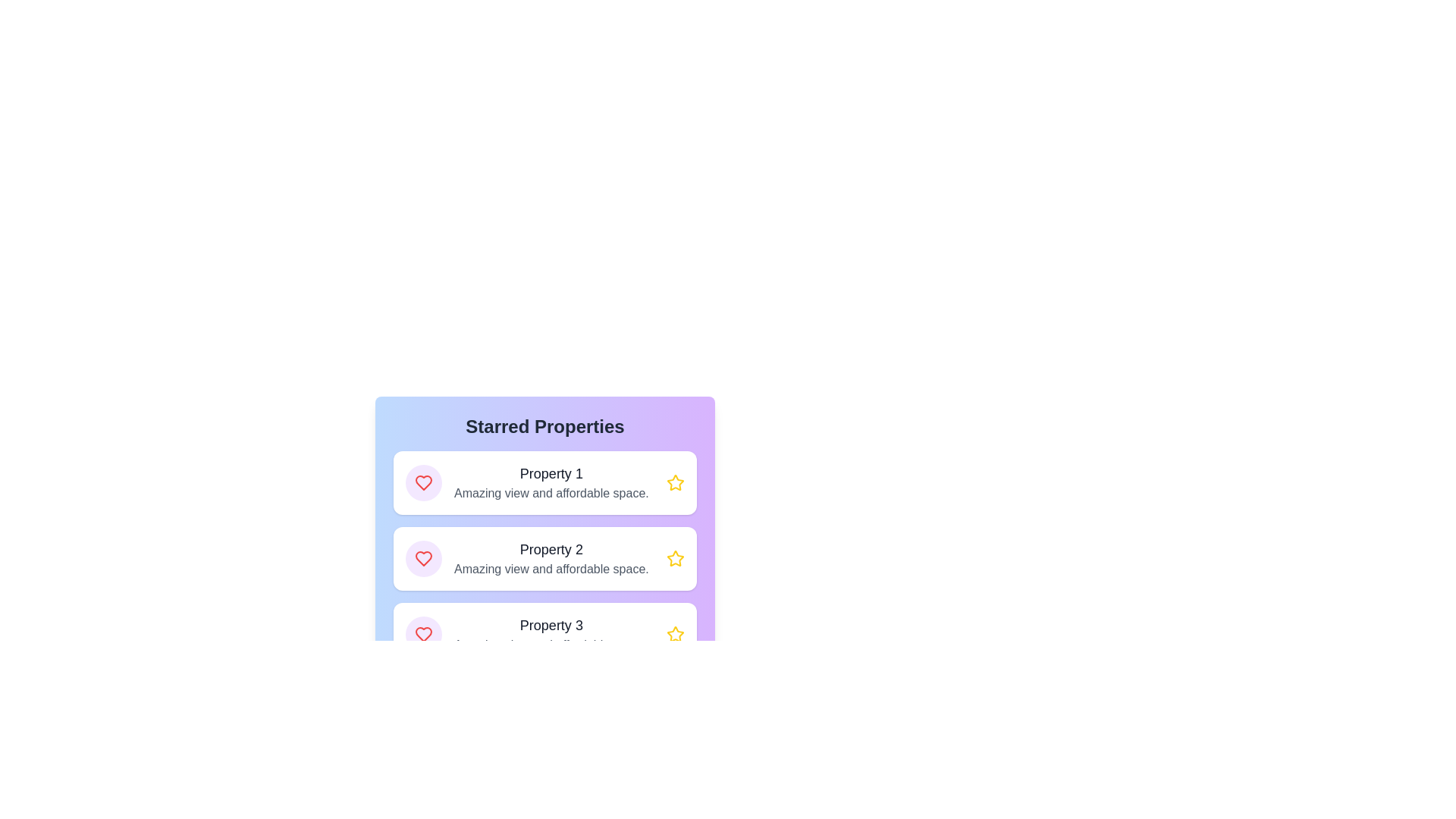  I want to click on the second Information Card in the vertically stacked list of property listings, which displays the property's name and tagline, so click(545, 558).